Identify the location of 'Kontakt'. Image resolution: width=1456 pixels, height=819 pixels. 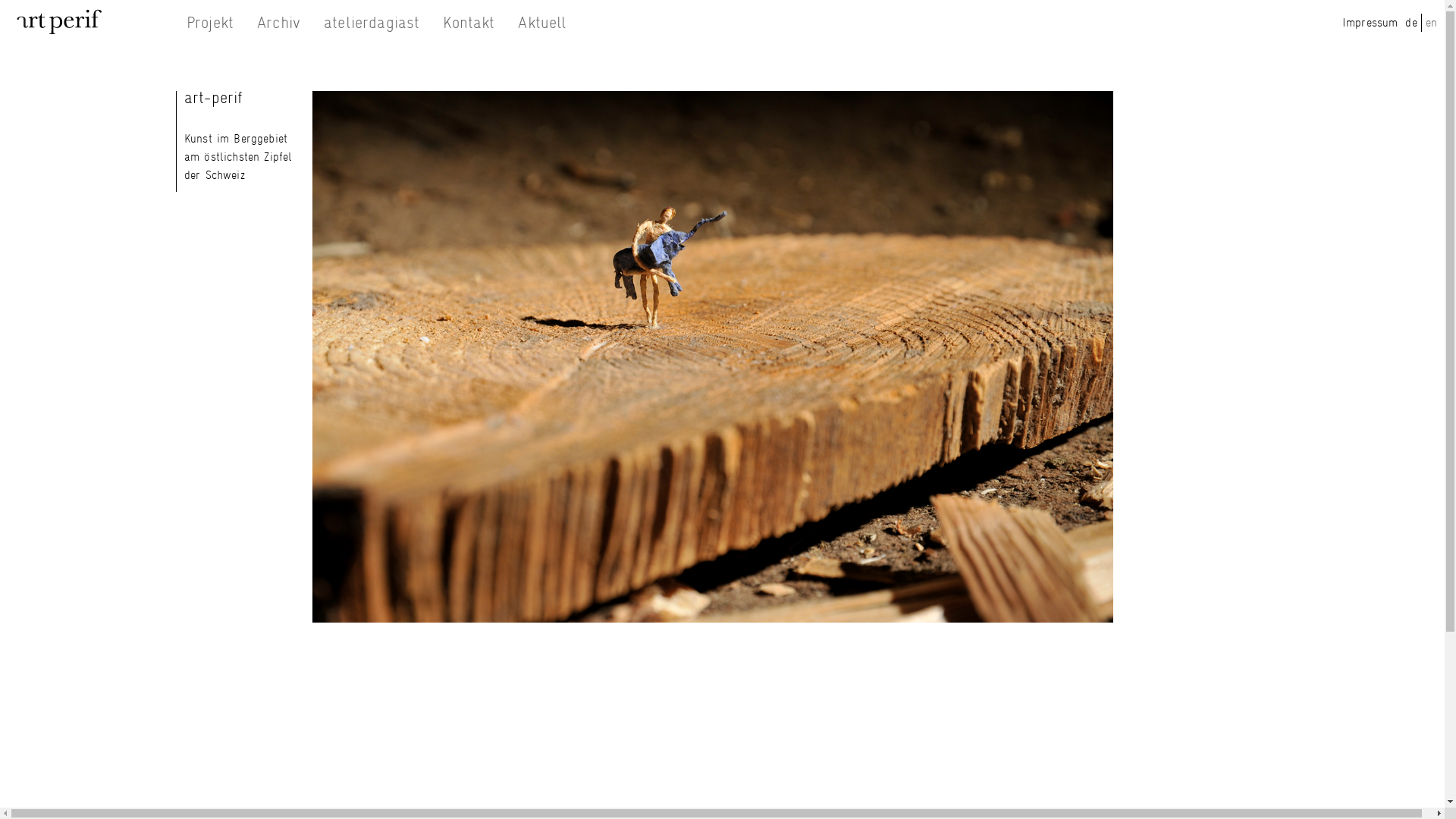
(468, 22).